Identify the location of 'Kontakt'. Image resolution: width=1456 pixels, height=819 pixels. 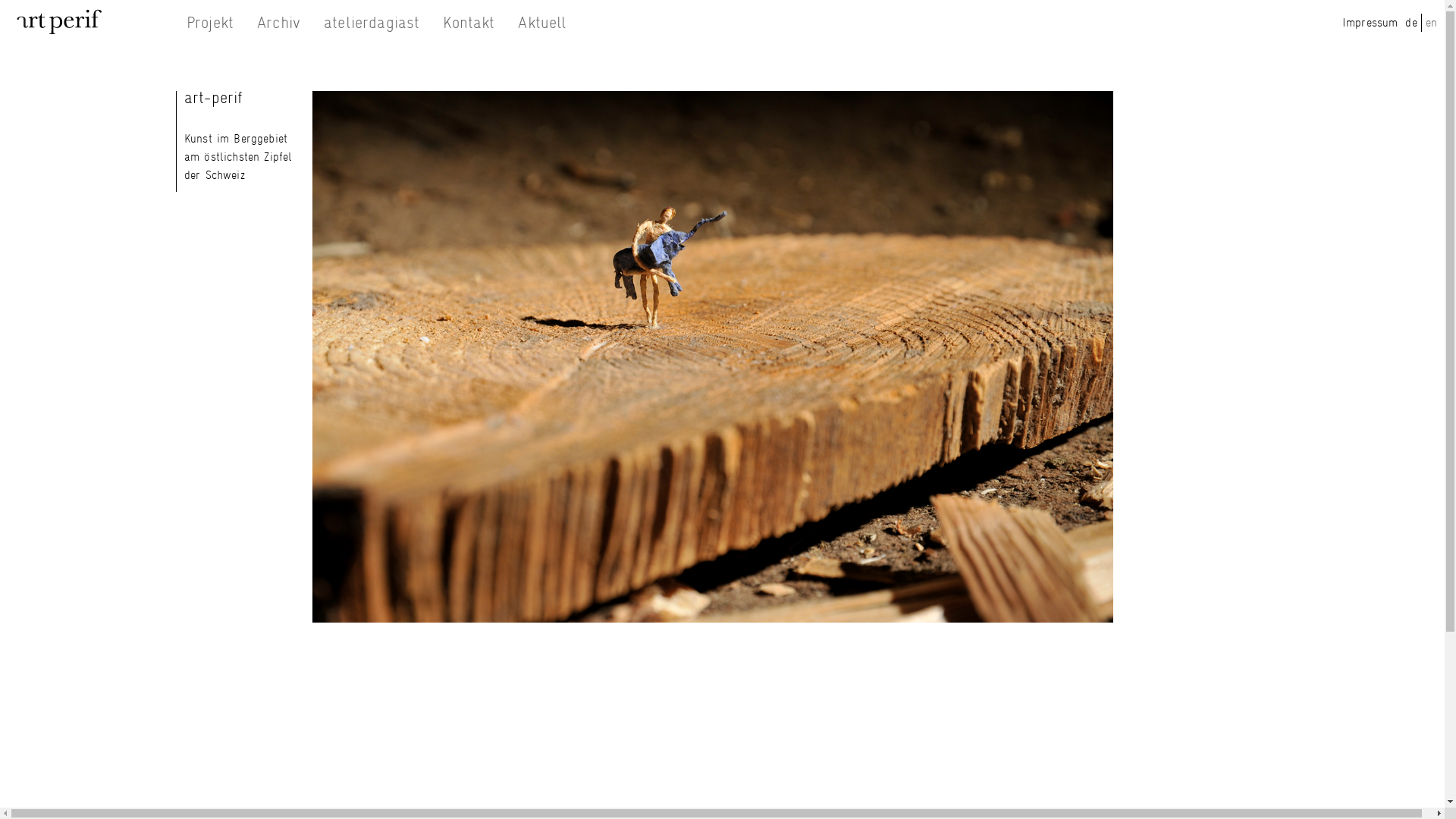
(468, 22).